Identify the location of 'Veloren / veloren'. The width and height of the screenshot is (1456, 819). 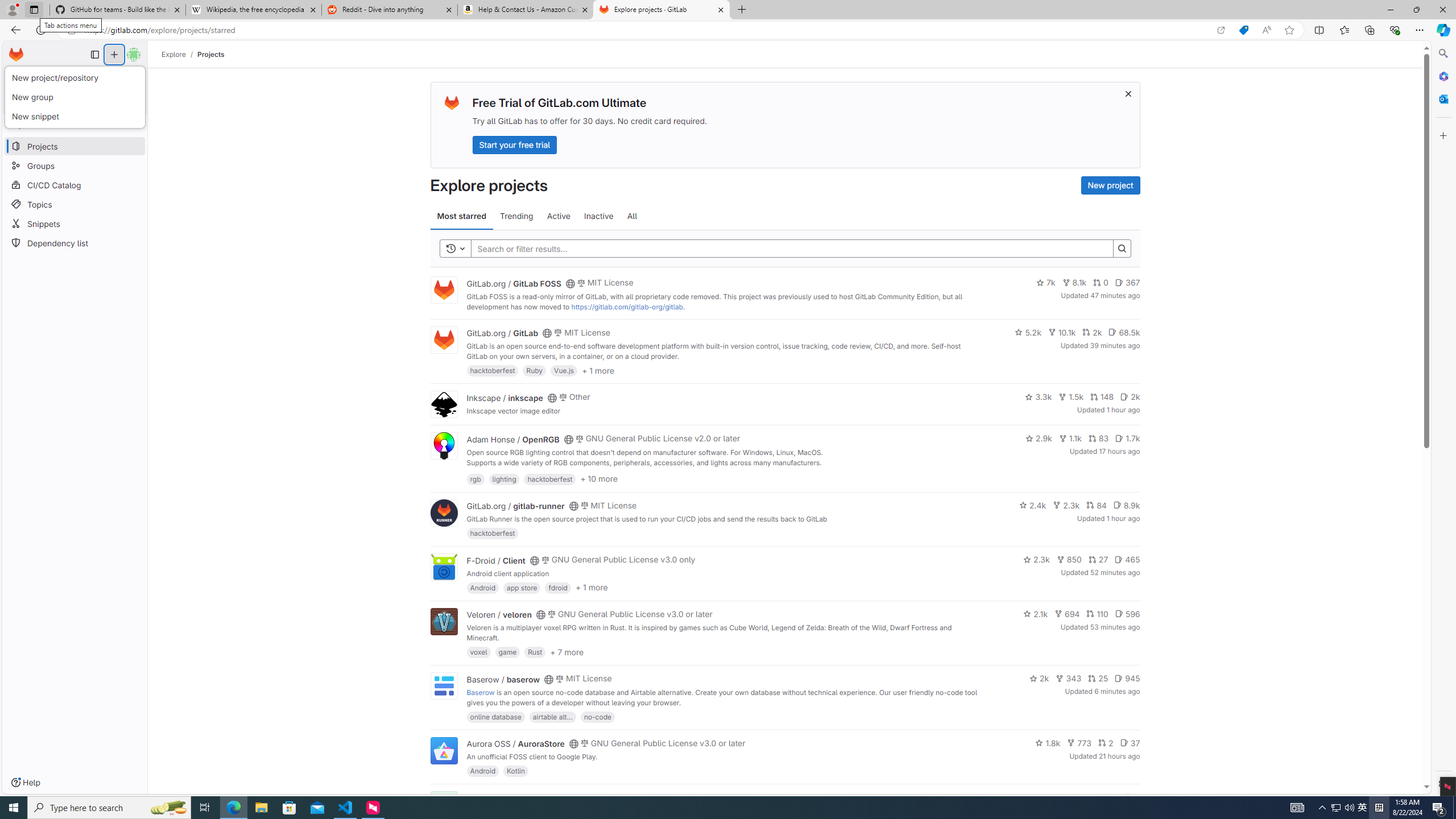
(499, 614).